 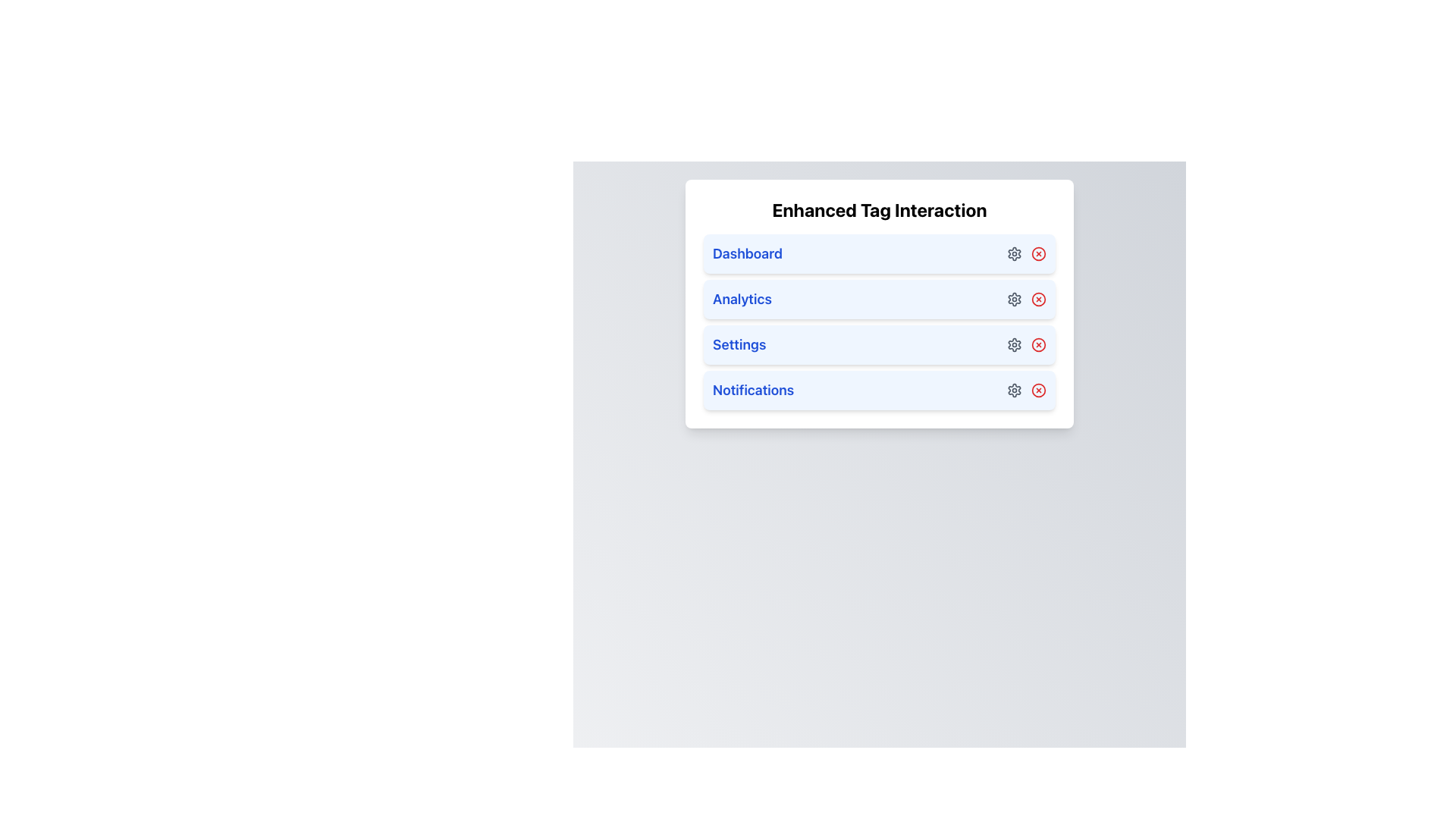 I want to click on the delete button represented by a circle with an embedded icon located on the far right-hand side of the 'Dashboard' row in the 'Enhanced Tag Interaction' card, so click(x=1037, y=253).